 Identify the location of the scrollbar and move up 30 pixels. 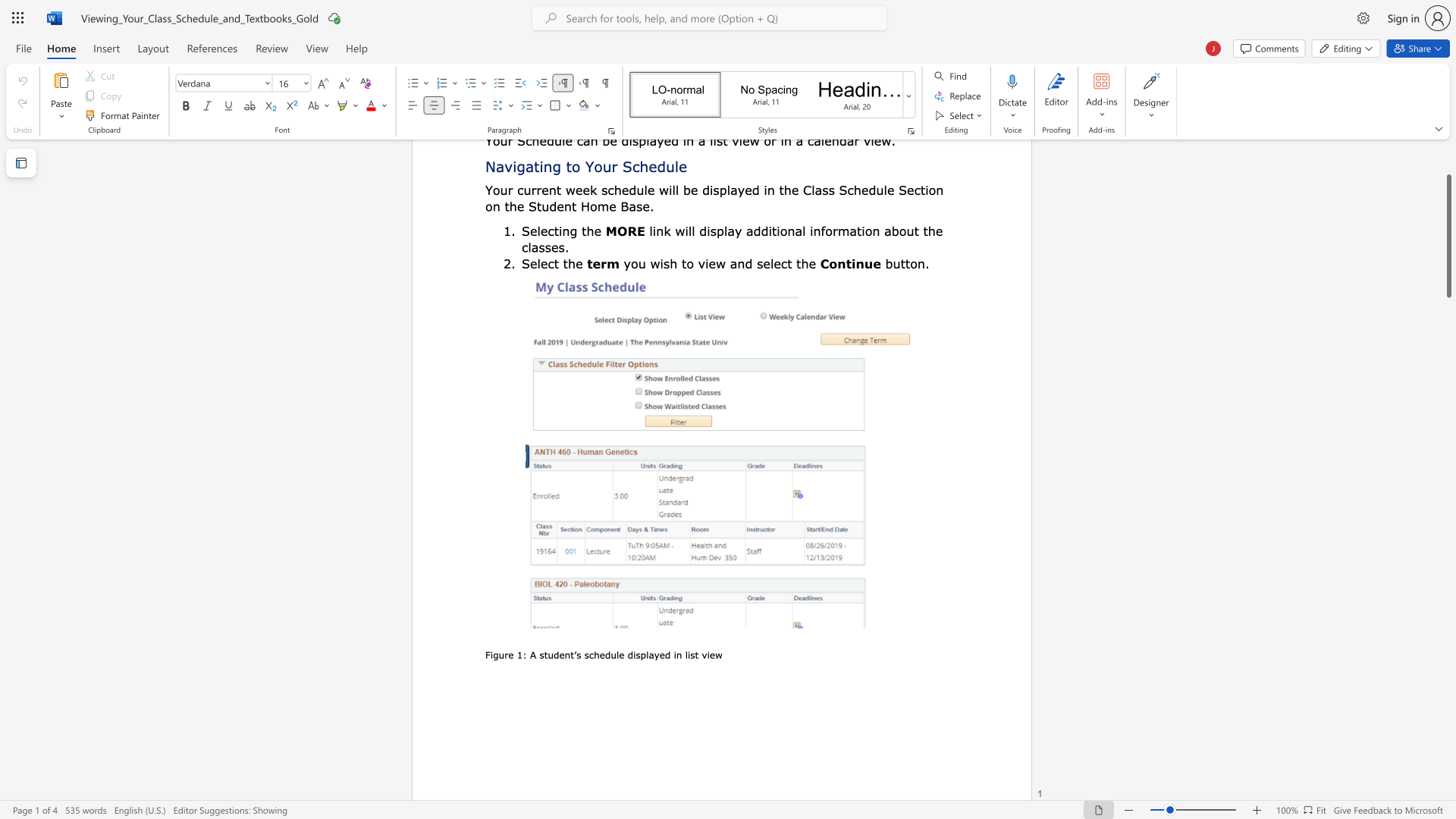
(1448, 236).